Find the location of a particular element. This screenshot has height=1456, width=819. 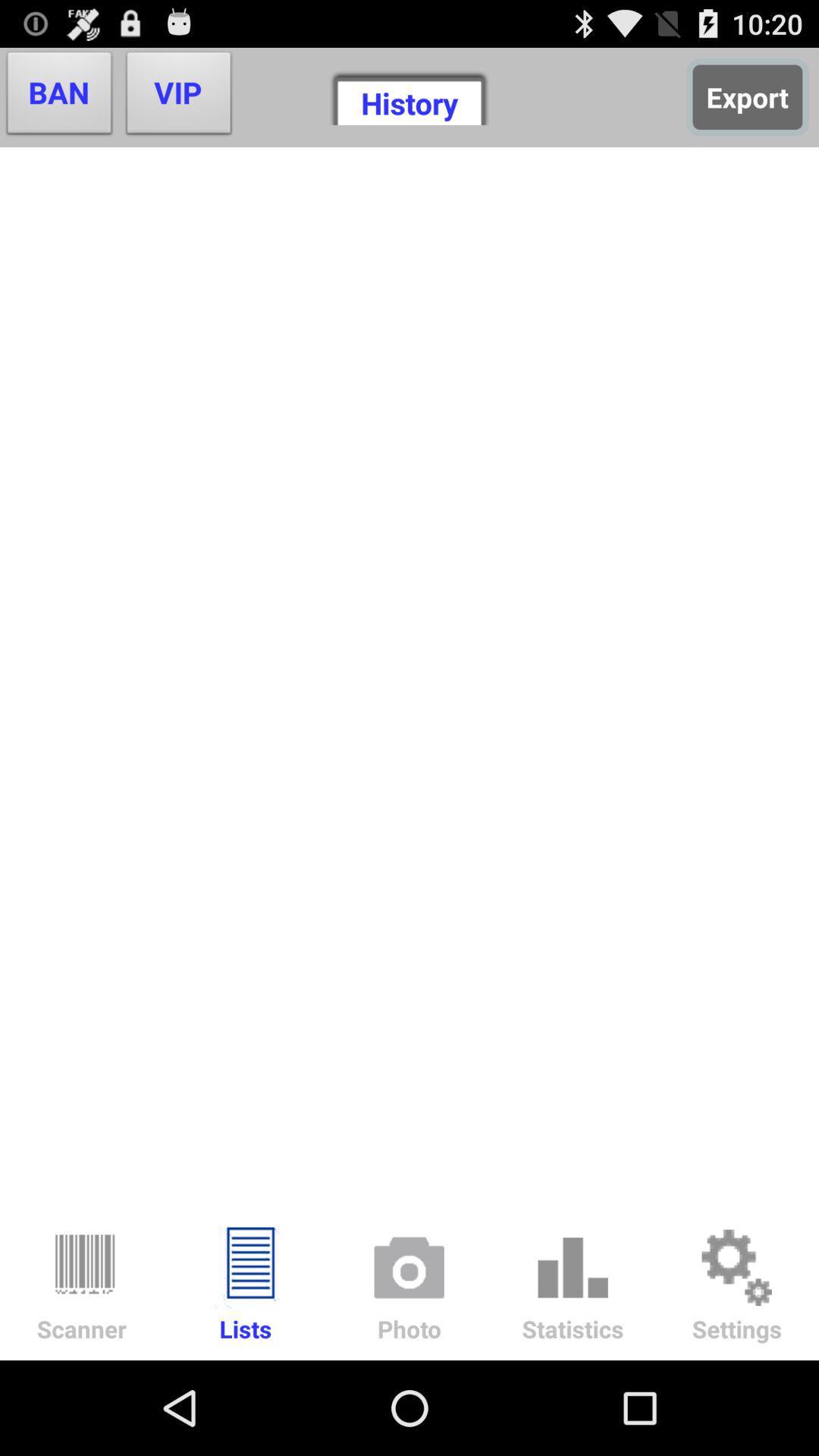

the item next to ban is located at coordinates (178, 96).